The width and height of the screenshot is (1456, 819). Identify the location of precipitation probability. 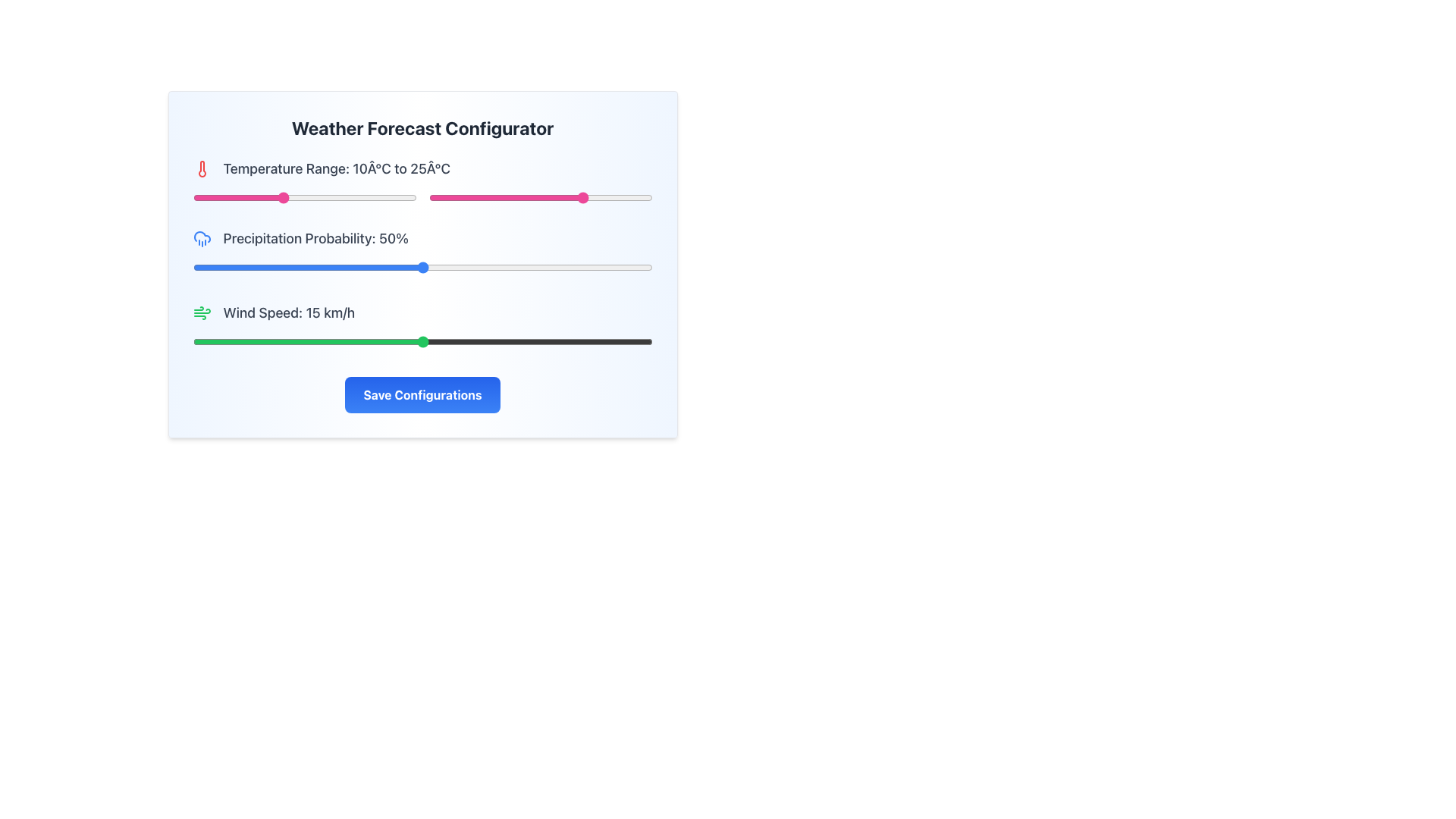
(409, 267).